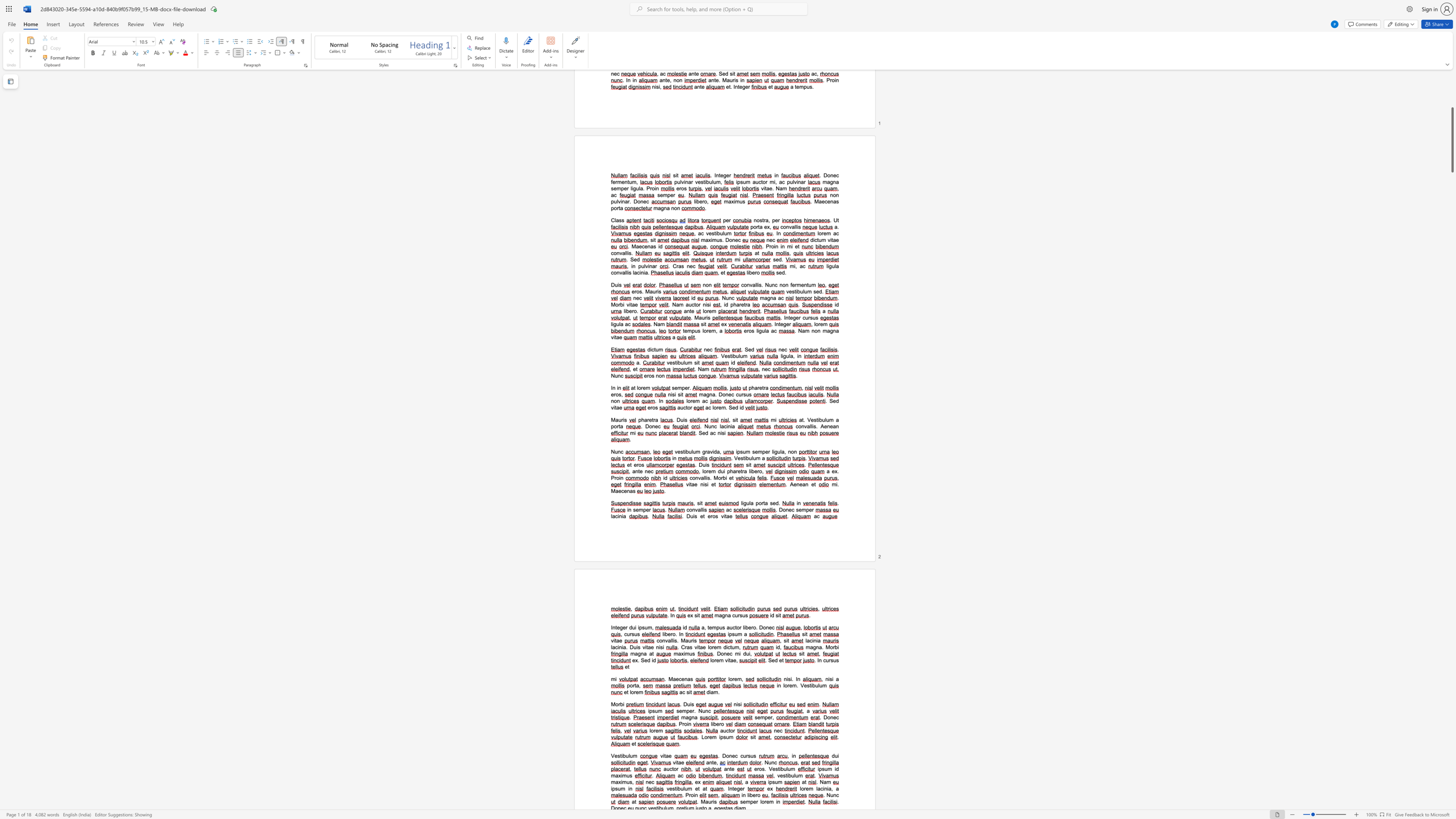 This screenshot has height=819, width=1456. What do you see at coordinates (833, 660) in the screenshot?
I see `the space between the continuous character "s" and "u" in the text` at bounding box center [833, 660].